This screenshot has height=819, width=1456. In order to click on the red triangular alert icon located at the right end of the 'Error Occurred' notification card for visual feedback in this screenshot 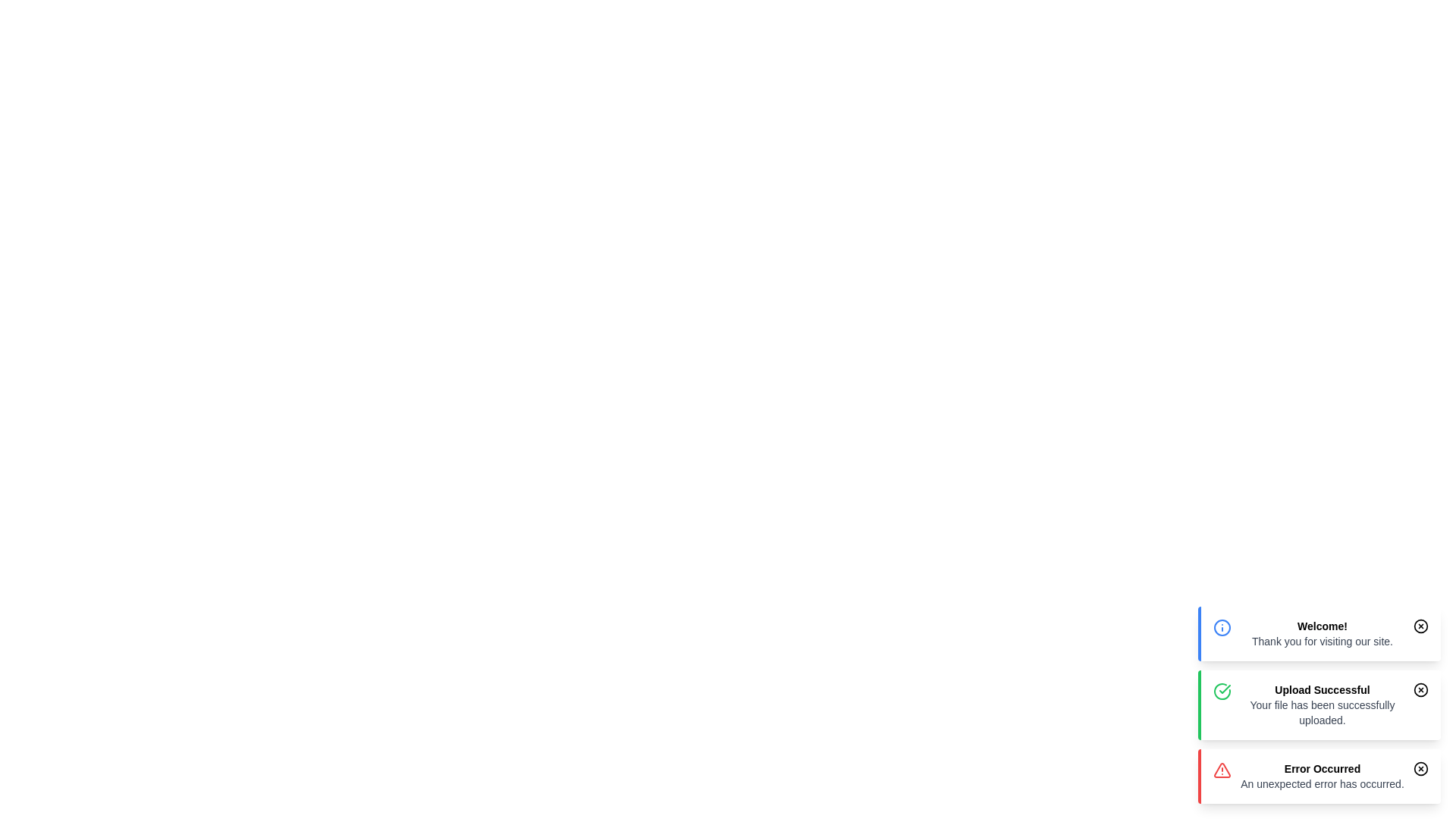, I will do `click(1222, 770)`.